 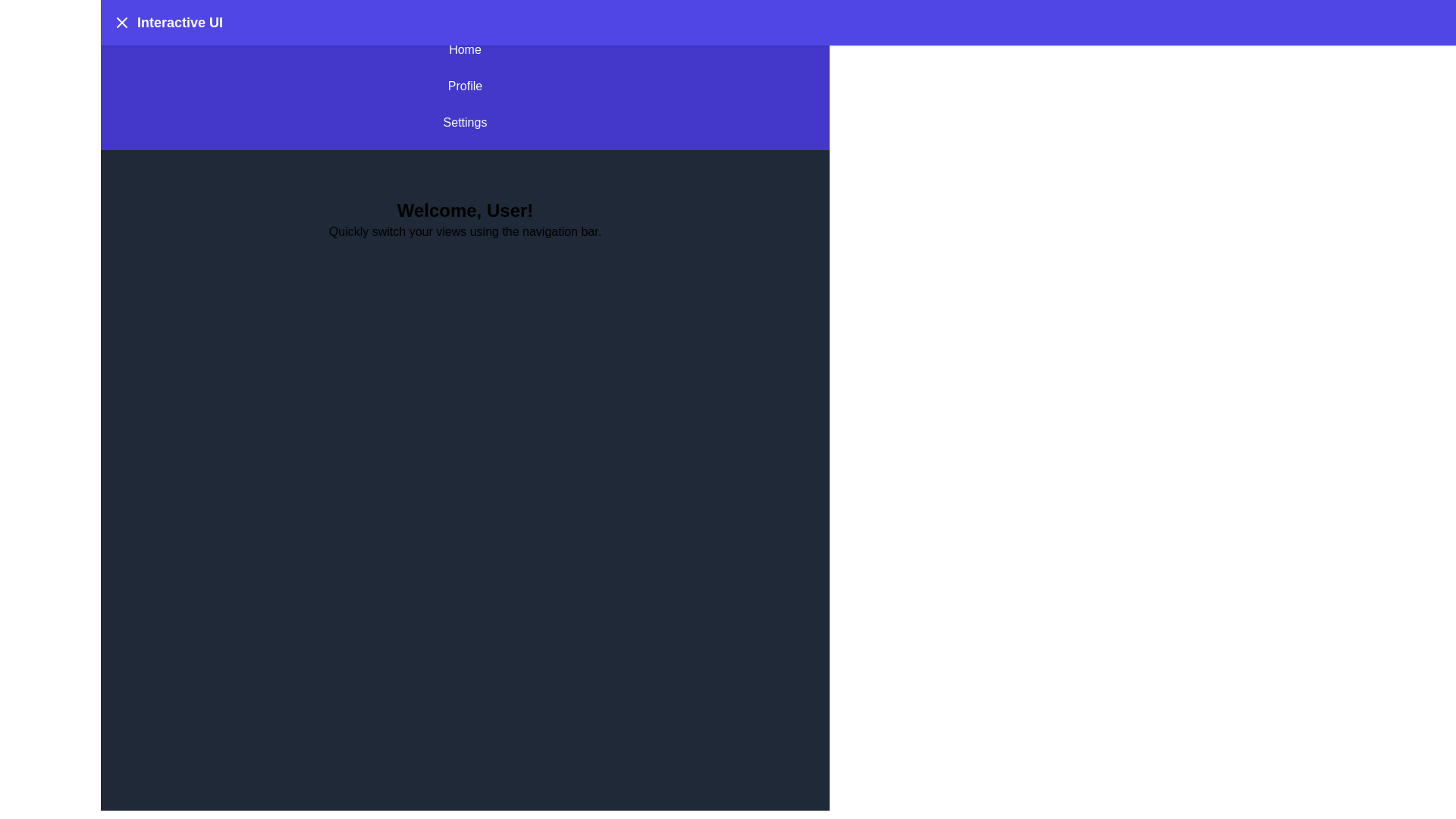 What do you see at coordinates (464, 49) in the screenshot?
I see `the navigation menu item Home` at bounding box center [464, 49].